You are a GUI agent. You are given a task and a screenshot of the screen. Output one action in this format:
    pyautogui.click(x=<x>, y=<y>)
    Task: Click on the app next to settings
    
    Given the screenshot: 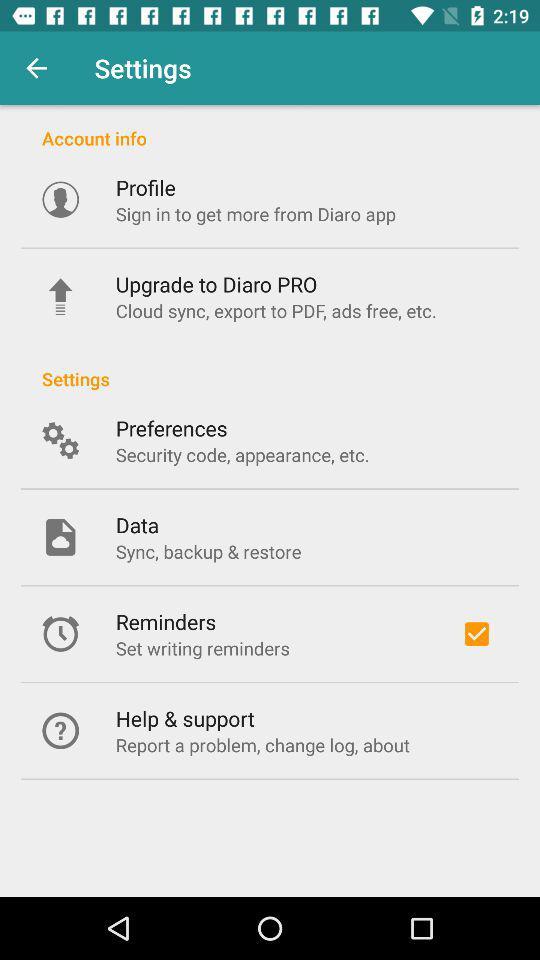 What is the action you would take?
    pyautogui.click(x=36, y=68)
    